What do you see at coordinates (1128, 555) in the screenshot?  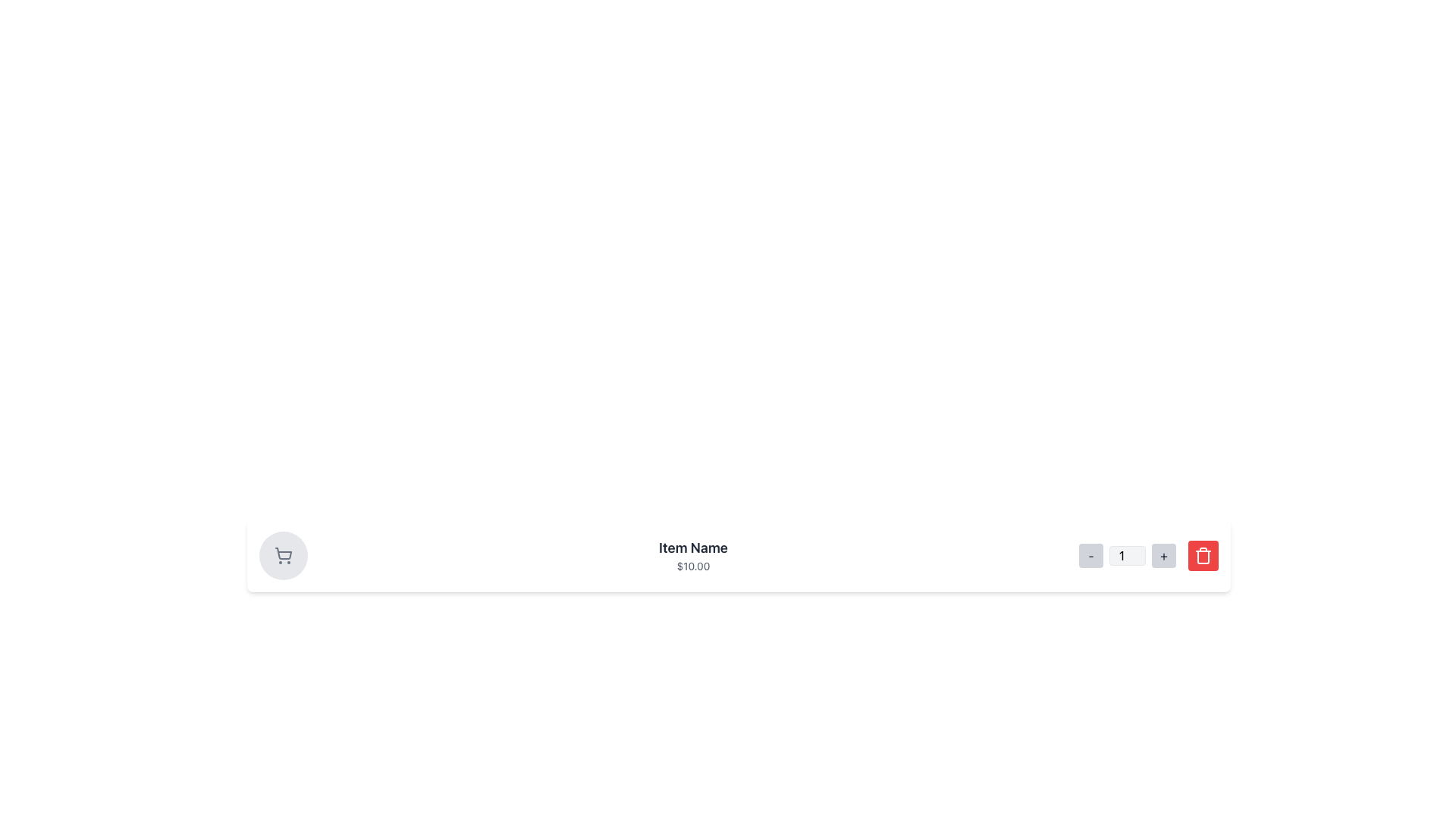 I see `the Number Input box with a light gray background and the numerical value '1'` at bounding box center [1128, 555].